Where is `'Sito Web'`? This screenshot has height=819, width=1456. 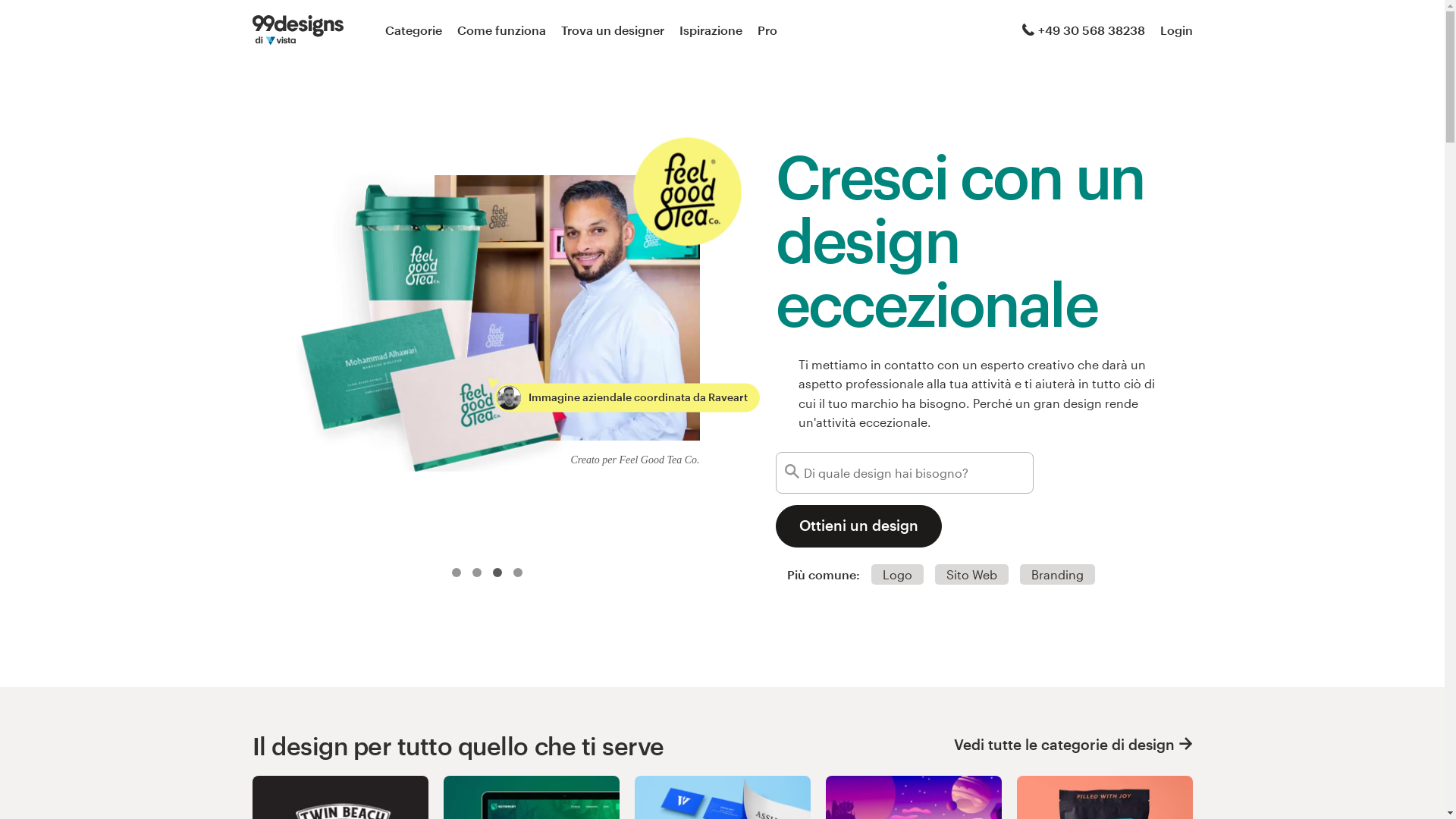 'Sito Web' is located at coordinates (971, 575).